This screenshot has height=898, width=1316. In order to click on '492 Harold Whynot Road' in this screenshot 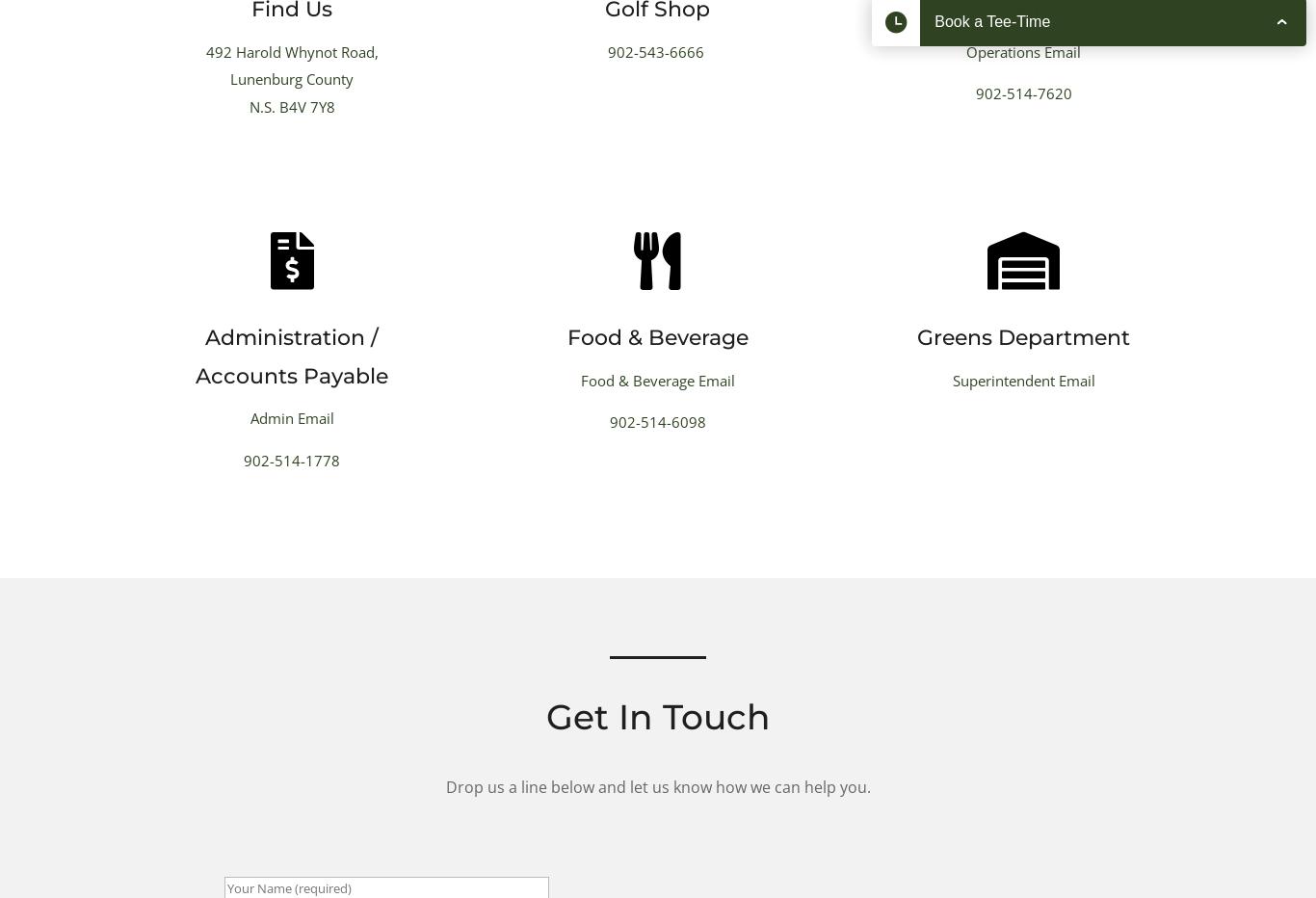, I will do `click(289, 50)`.